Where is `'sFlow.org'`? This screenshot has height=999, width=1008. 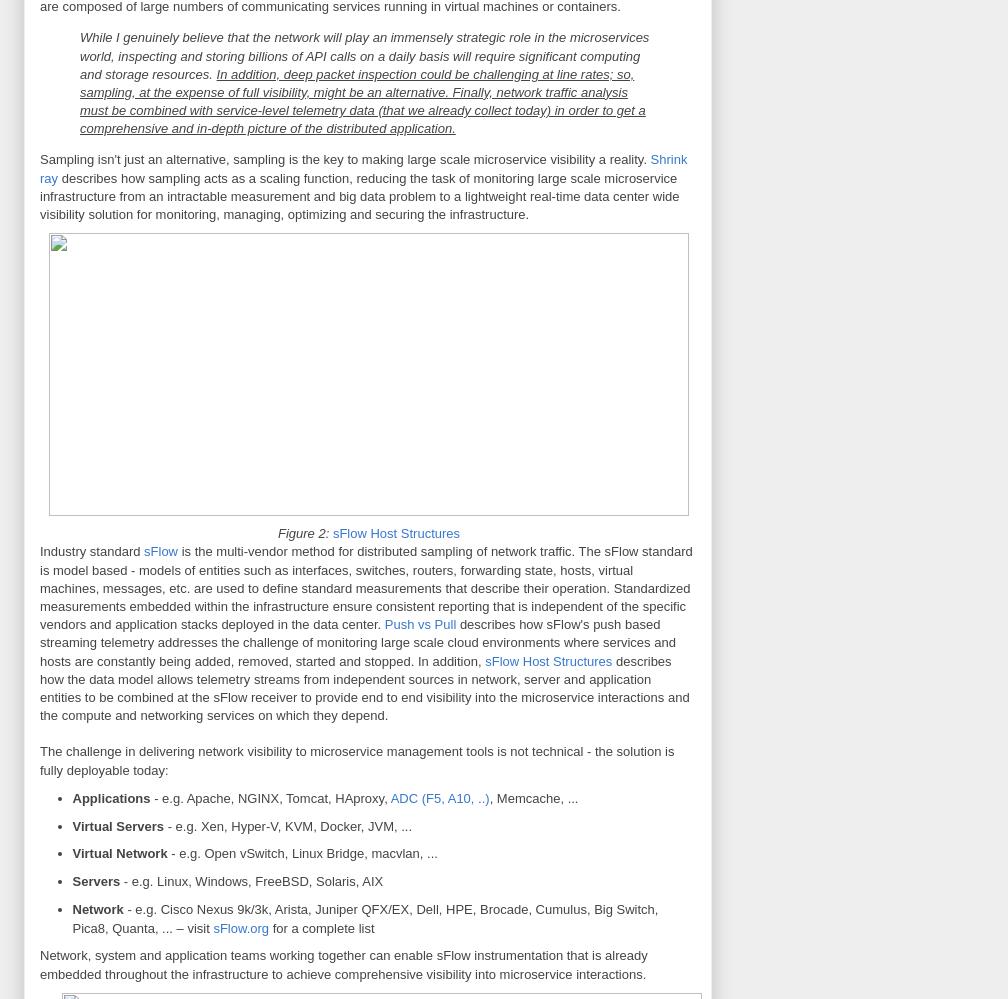 'sFlow.org' is located at coordinates (241, 927).